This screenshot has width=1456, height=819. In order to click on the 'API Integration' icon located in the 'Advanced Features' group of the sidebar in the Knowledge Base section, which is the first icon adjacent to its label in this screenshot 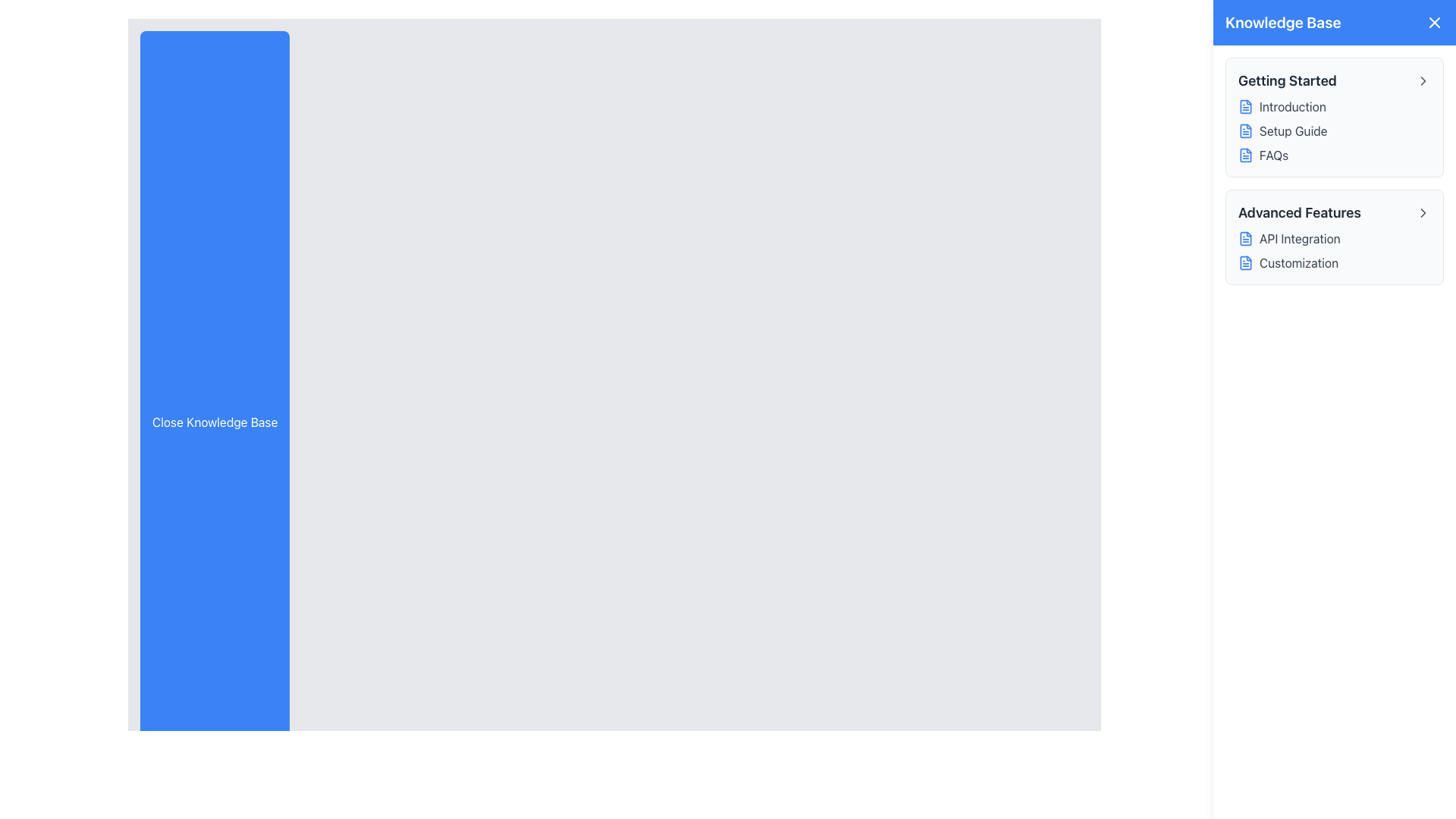, I will do `click(1245, 239)`.